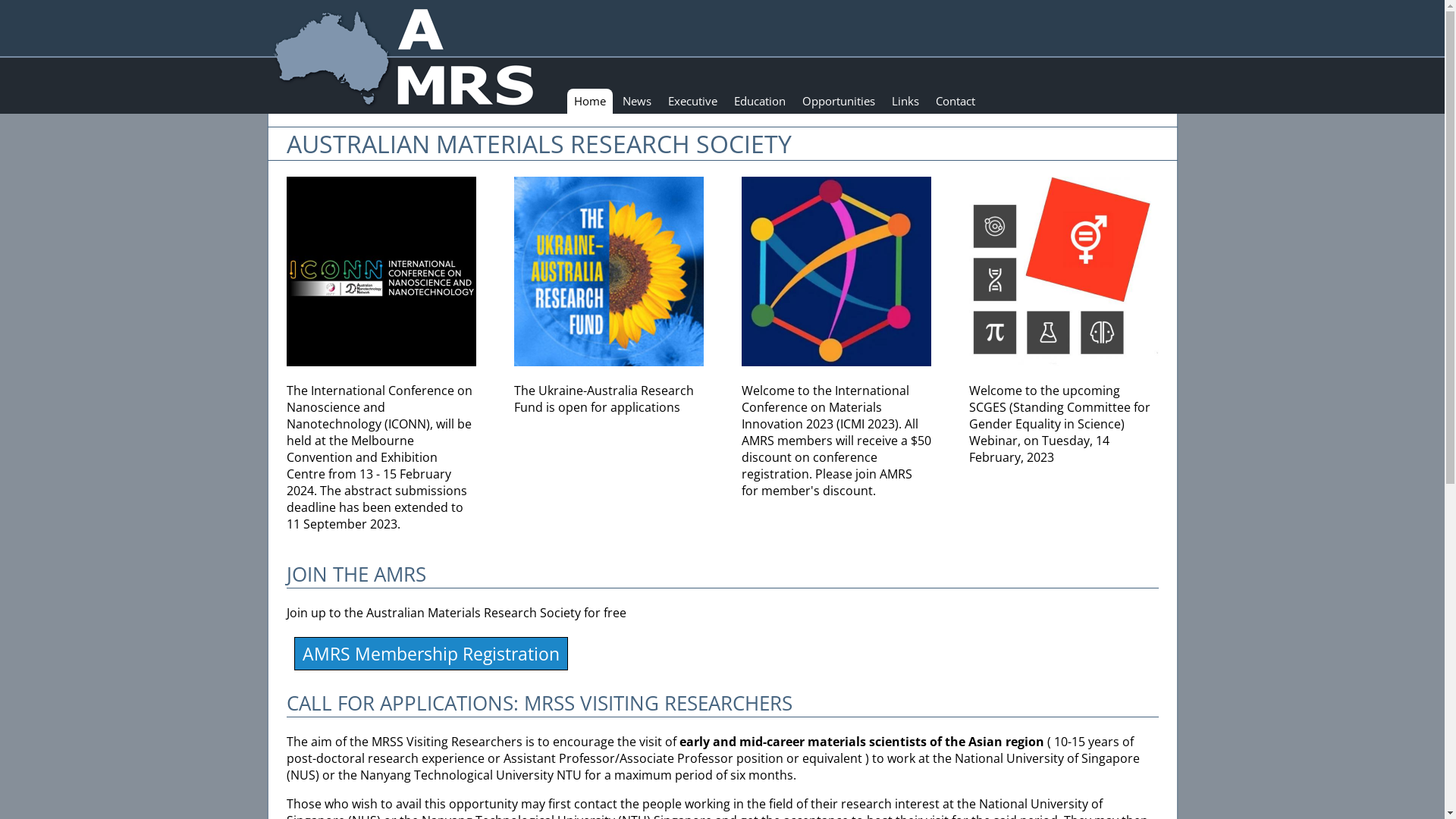 The image size is (1456, 819). What do you see at coordinates (836, 101) in the screenshot?
I see `'Opportunities'` at bounding box center [836, 101].